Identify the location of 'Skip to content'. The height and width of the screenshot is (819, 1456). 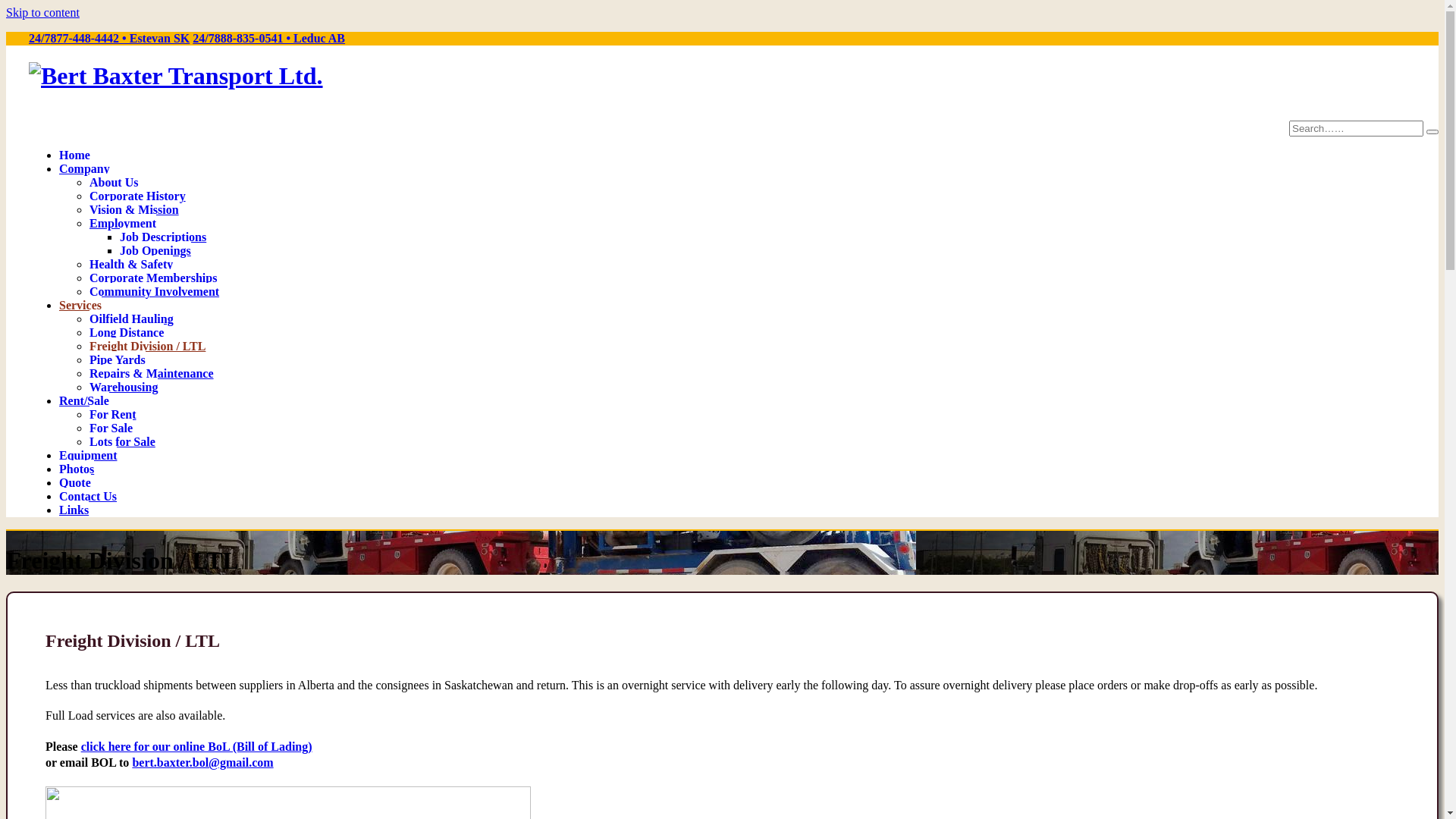
(42, 12).